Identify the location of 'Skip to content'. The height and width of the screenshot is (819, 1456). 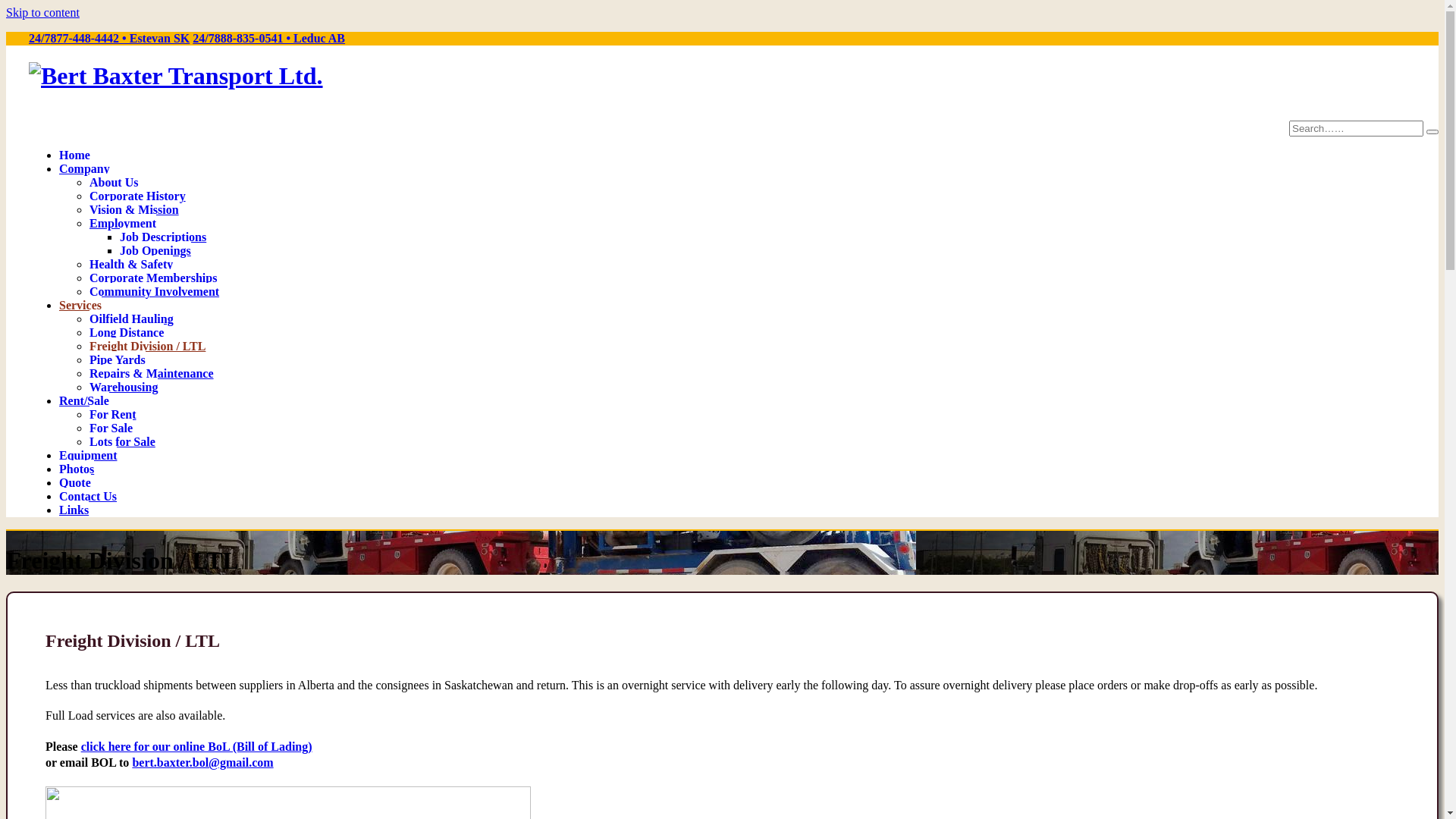
(42, 12).